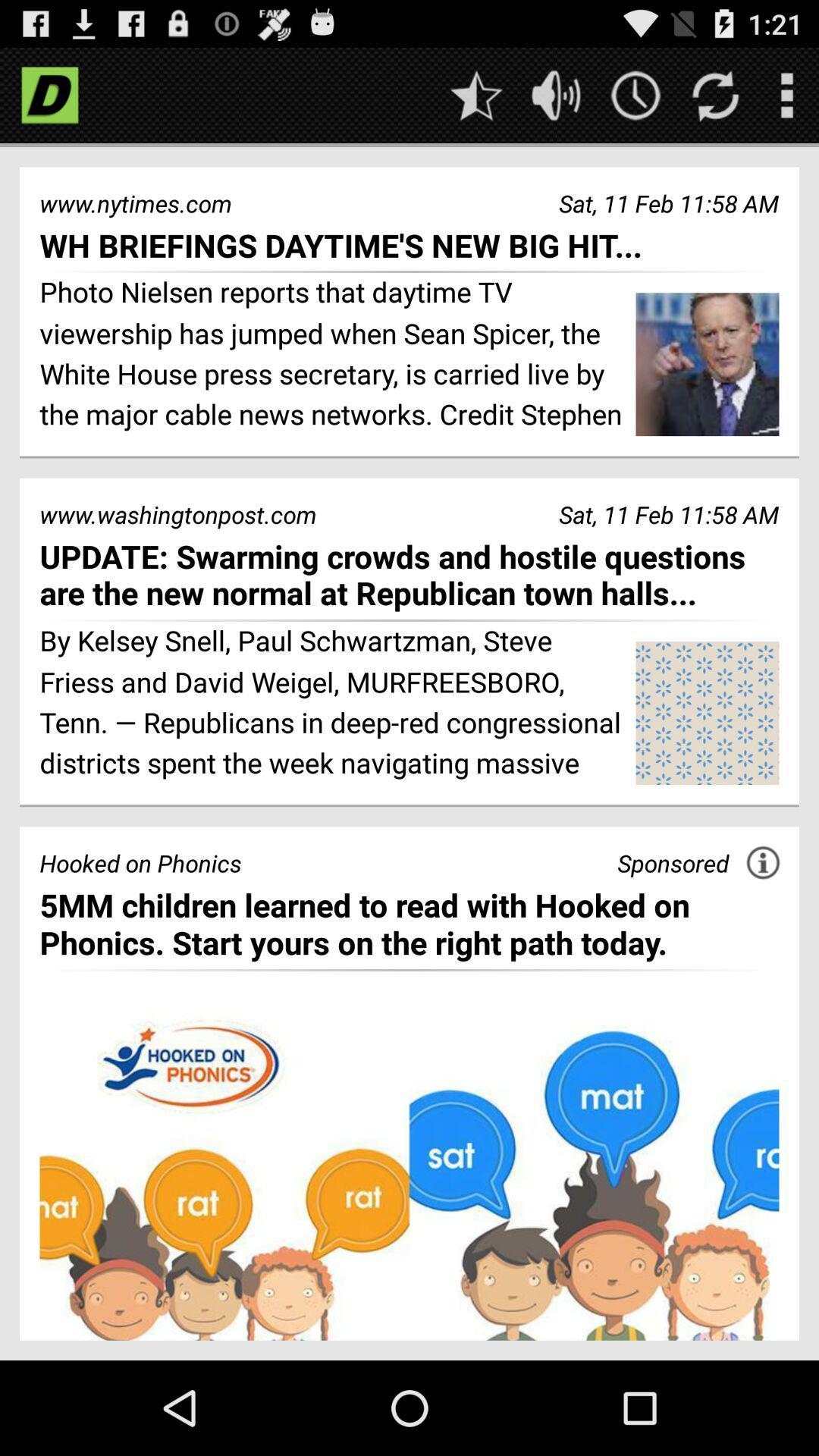 Image resolution: width=819 pixels, height=1456 pixels. I want to click on wh briefings daytime app, so click(409, 245).